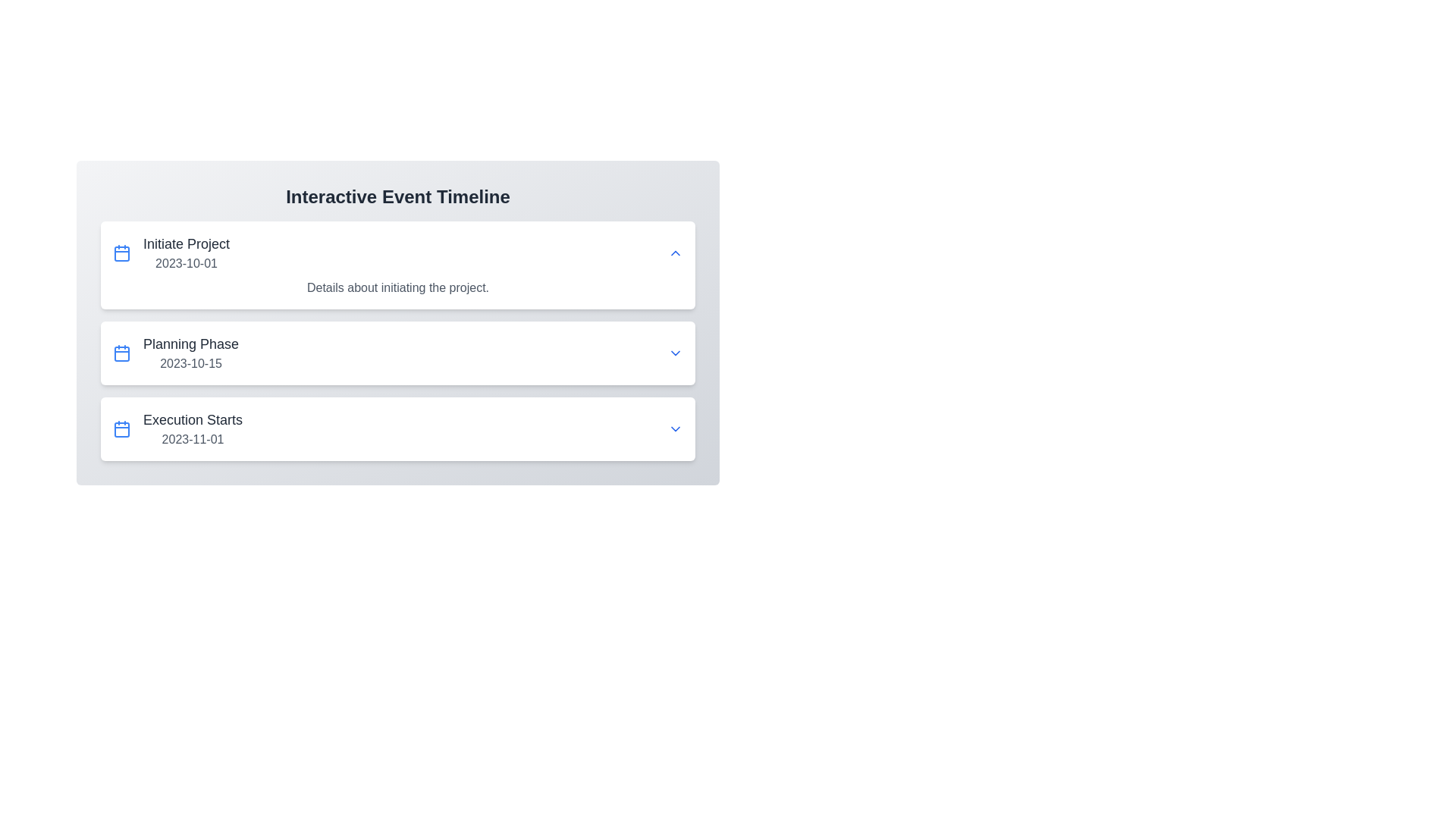 The height and width of the screenshot is (819, 1456). What do you see at coordinates (177, 429) in the screenshot?
I see `combination element displaying 'Execution Starts' with the blue calendar icon, located in the third row of the 'Interactive Event Timeline'` at bounding box center [177, 429].